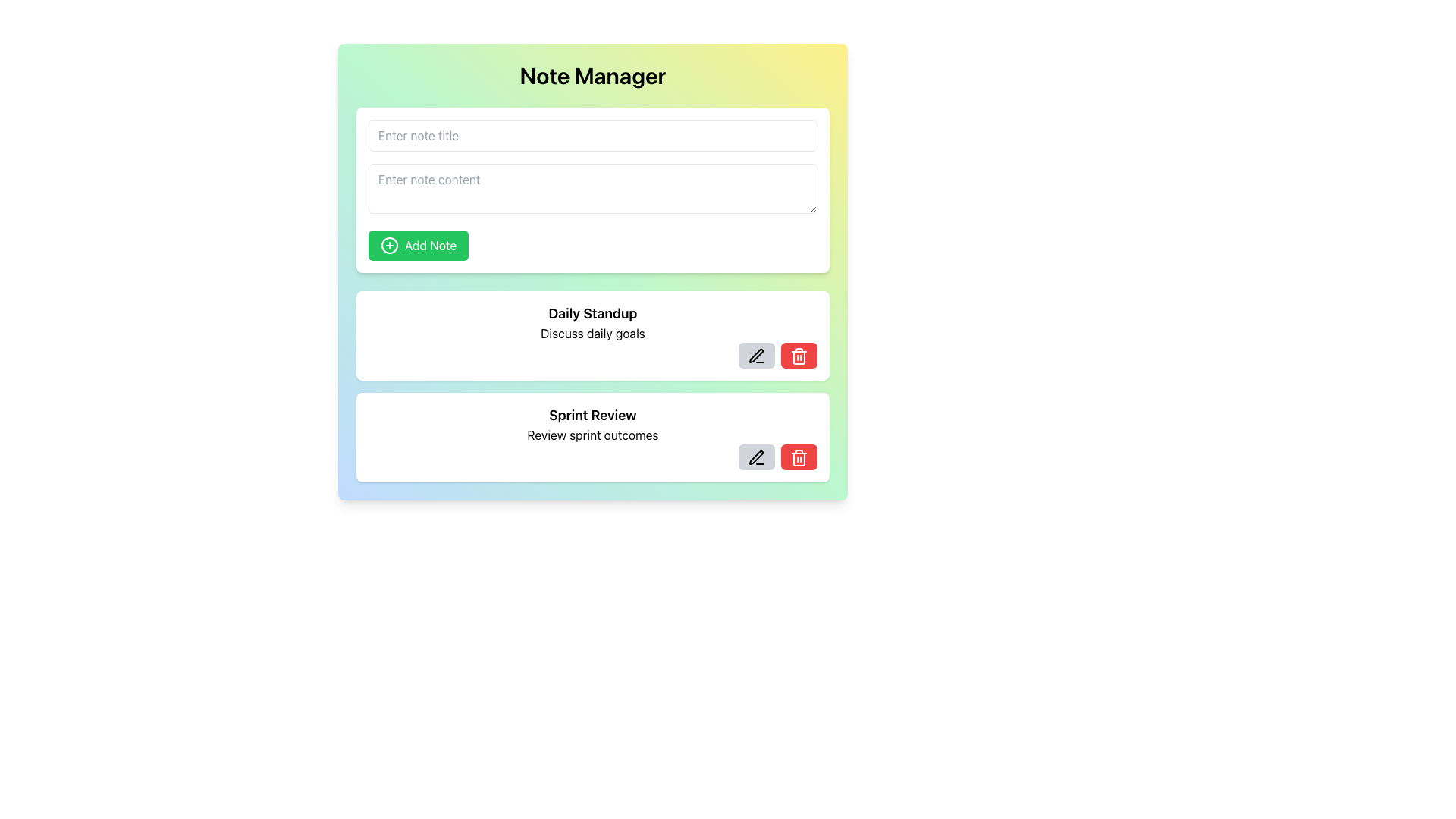 The height and width of the screenshot is (819, 1456). What do you see at coordinates (592, 332) in the screenshot?
I see `the static text element that reads 'Discuss daily goals', which is styled with standard text formatting and positioned below the 'Daily Standup' heading in a white rounded rectangle card` at bounding box center [592, 332].